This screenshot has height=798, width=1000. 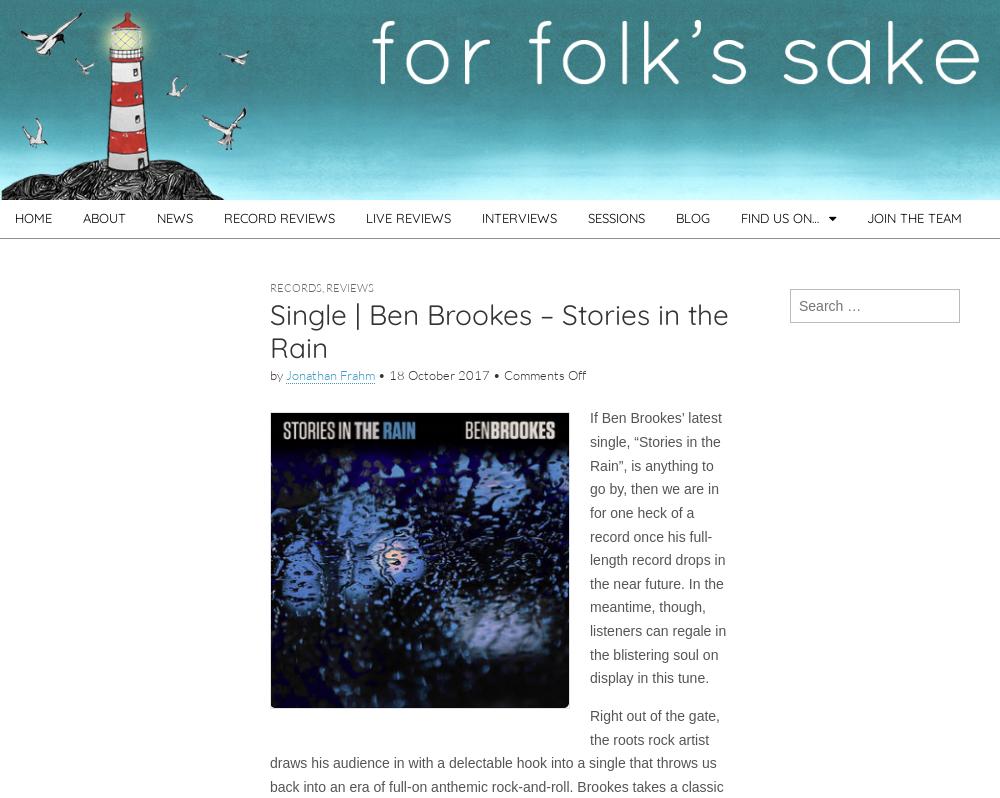 I want to click on ',', so click(x=323, y=285).